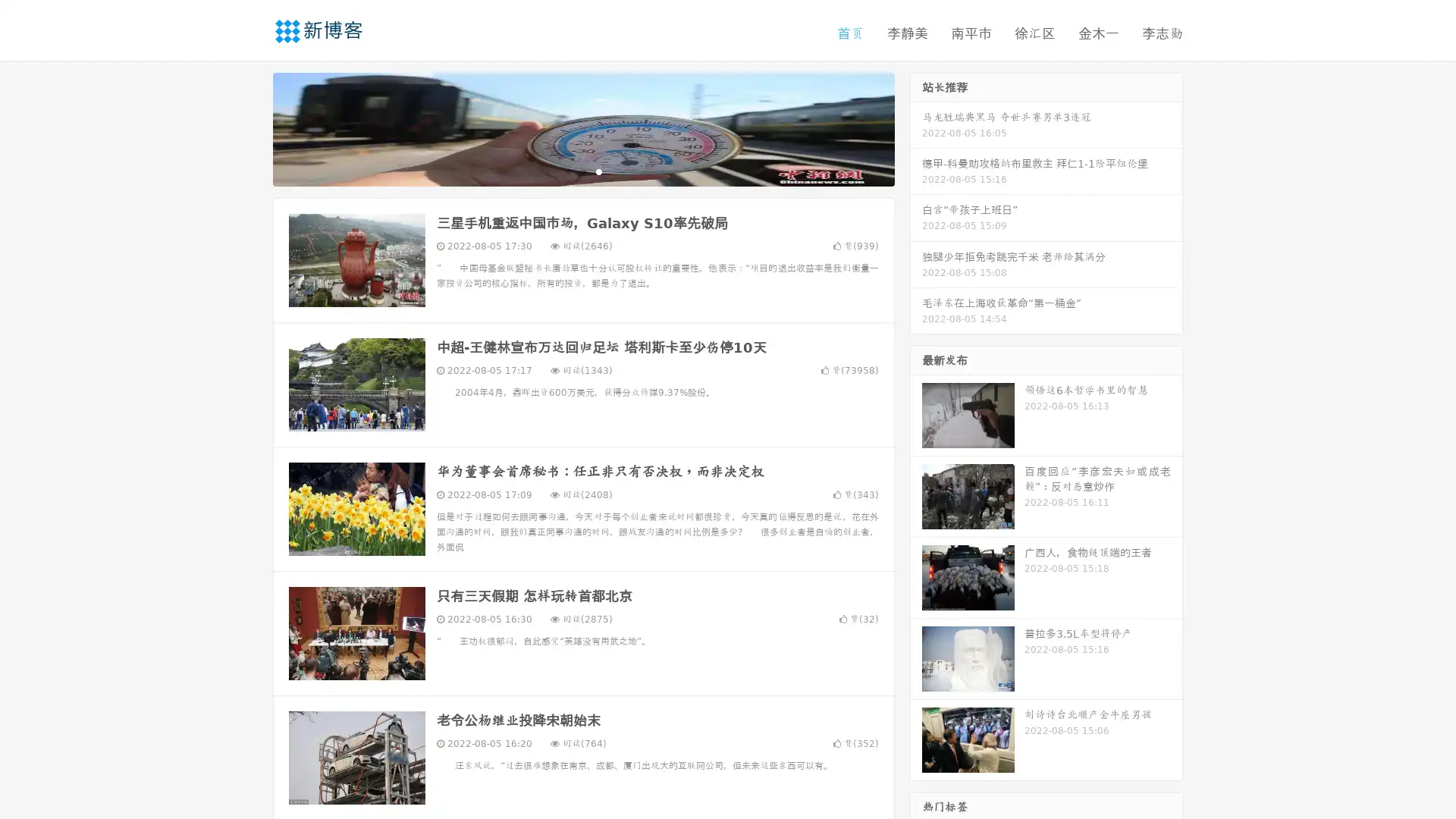  I want to click on Go to slide 3, so click(598, 171).